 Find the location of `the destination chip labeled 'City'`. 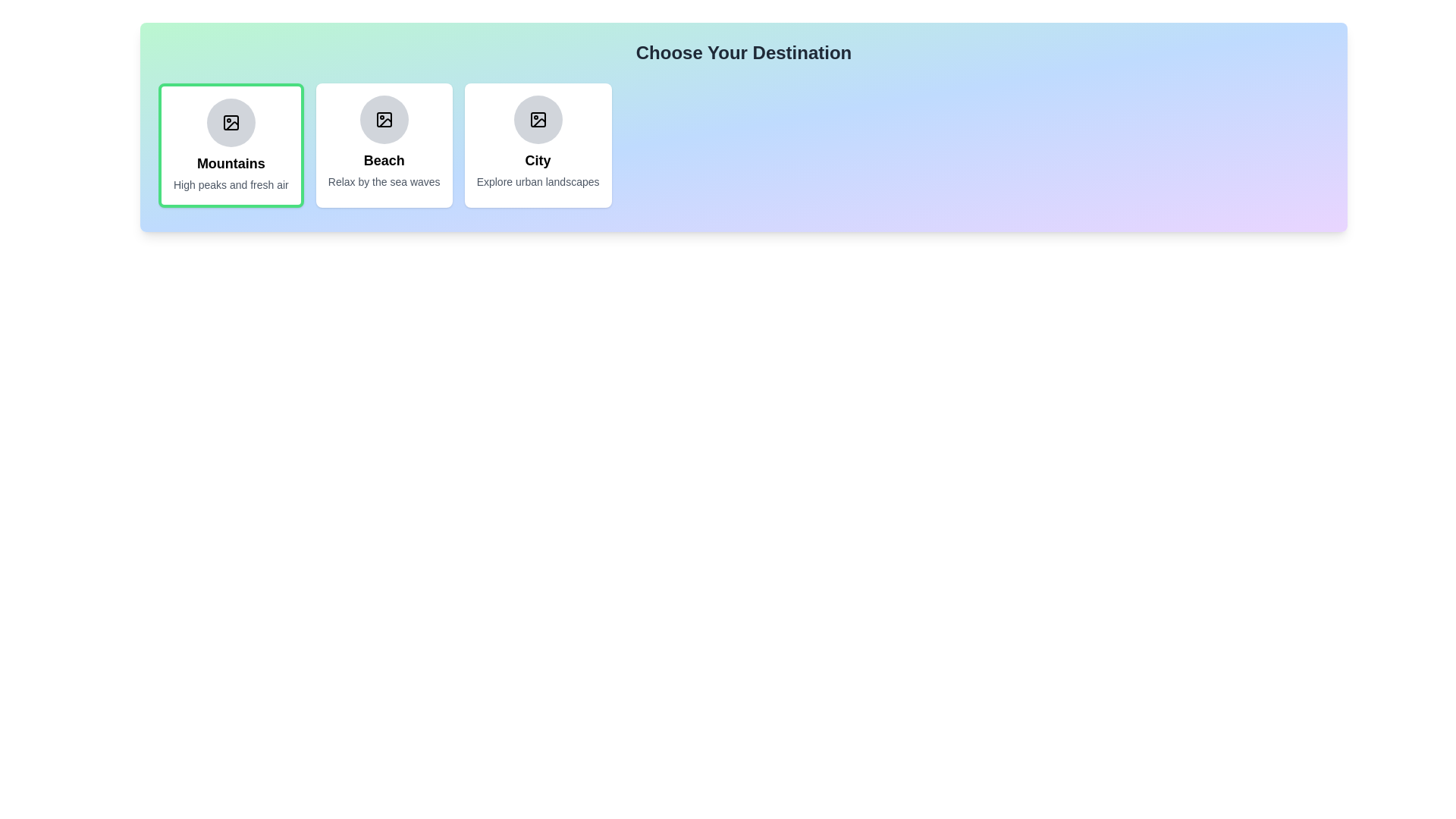

the destination chip labeled 'City' is located at coordinates (538, 146).